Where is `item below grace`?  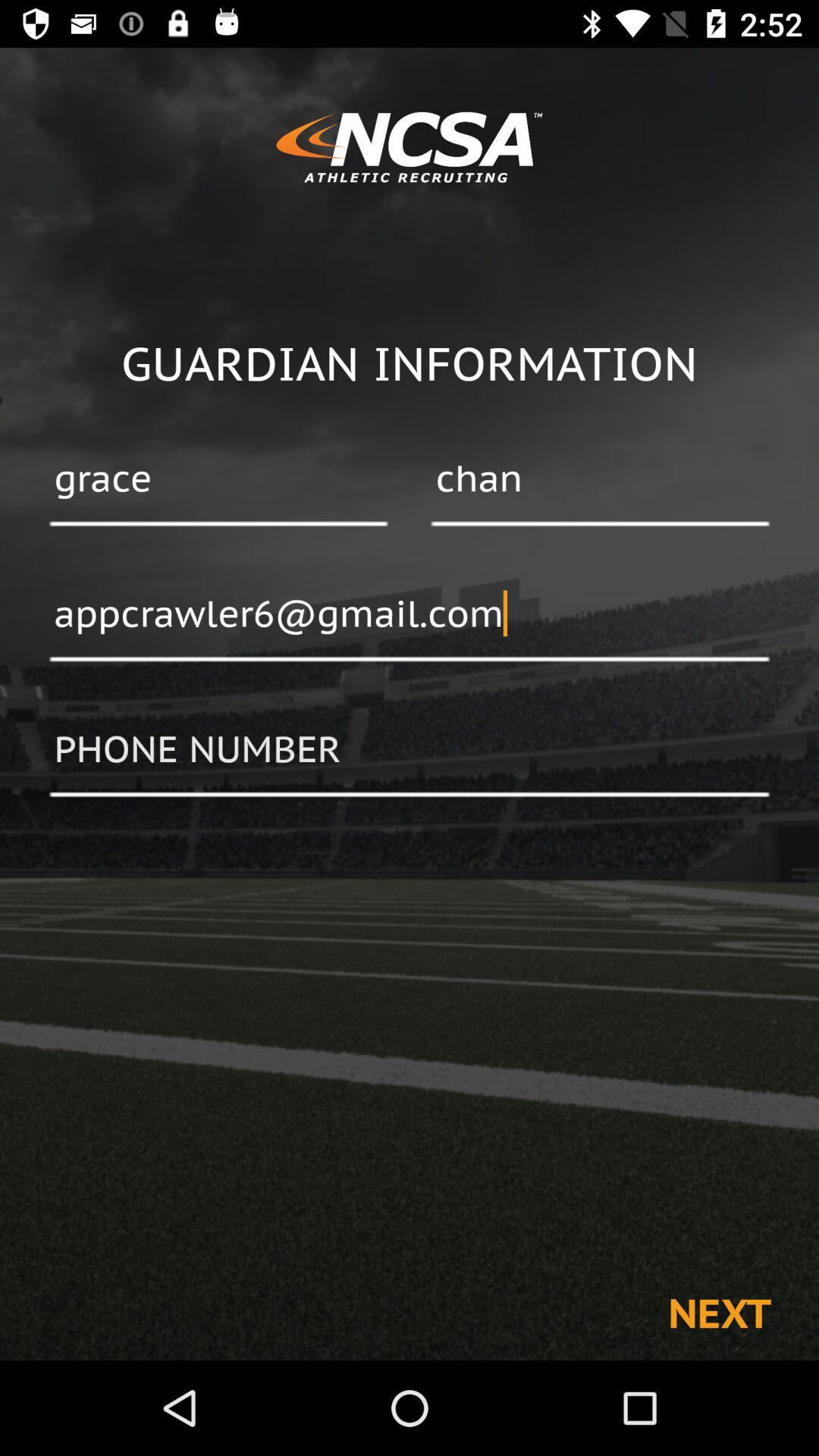 item below grace is located at coordinates (409, 615).